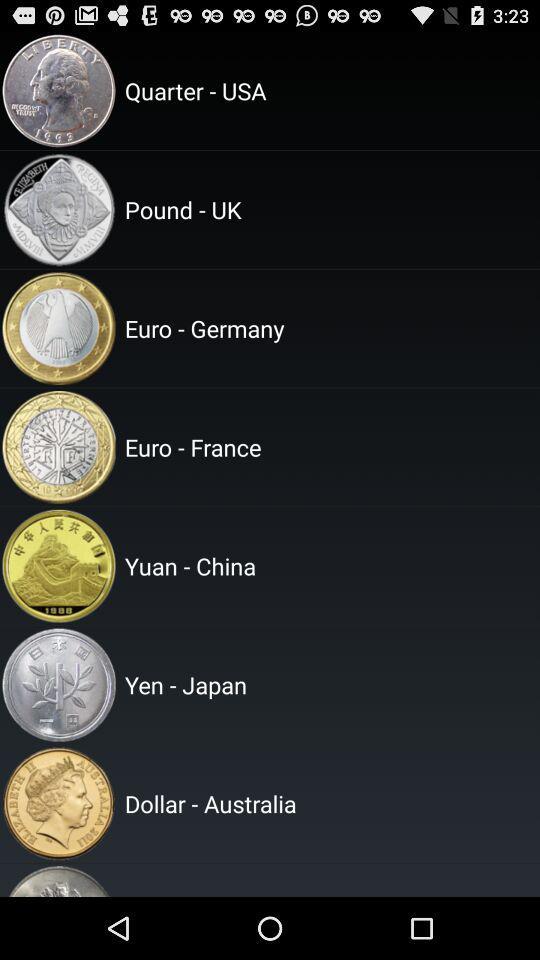  I want to click on quarter - usa item, so click(329, 90).